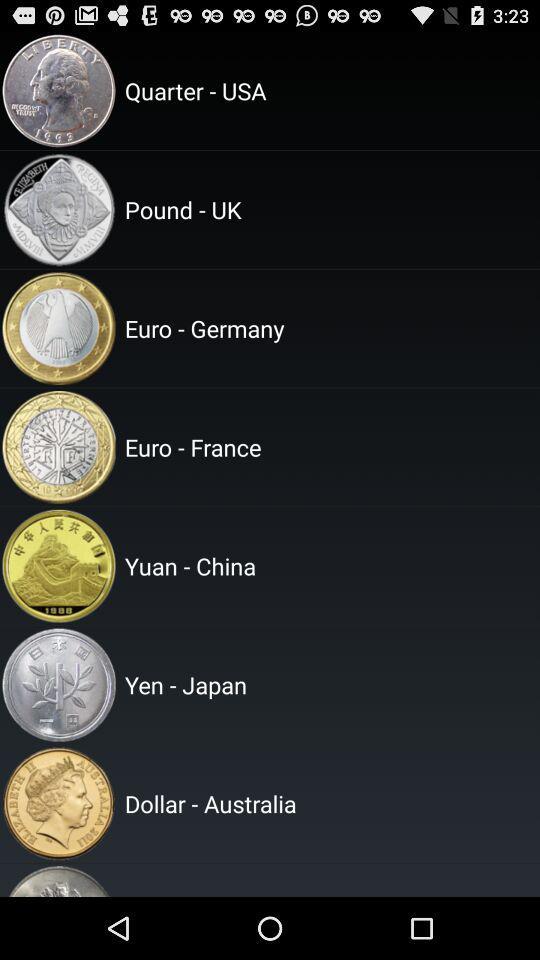  I want to click on quarter - usa item, so click(329, 90).